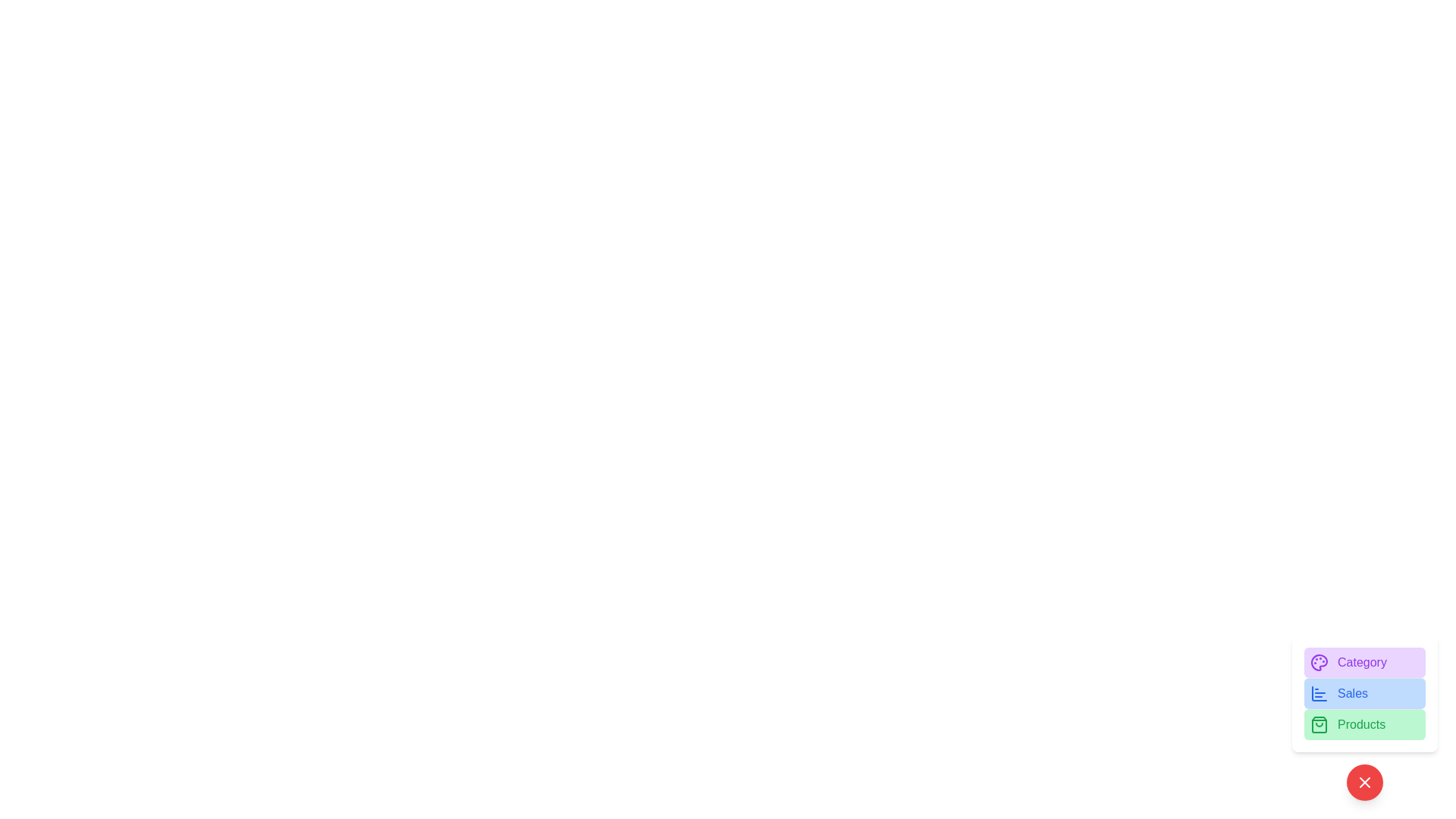 Image resolution: width=1456 pixels, height=819 pixels. I want to click on the icon of the Products button to display its tooltip, so click(1318, 724).